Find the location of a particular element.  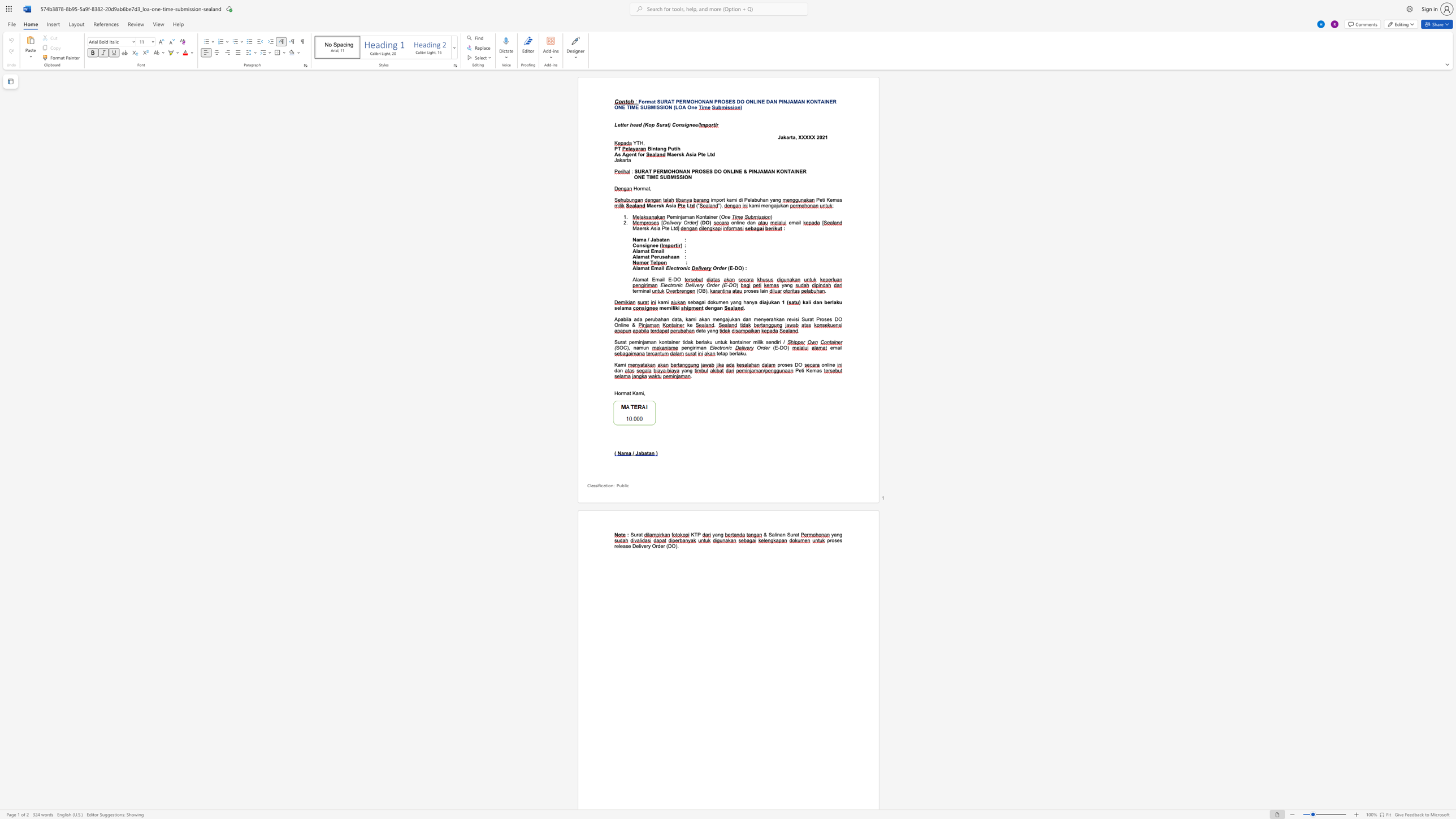

the subset text "mi di Pe" within the text "import kami di Pelabuhan yang" is located at coordinates (732, 200).